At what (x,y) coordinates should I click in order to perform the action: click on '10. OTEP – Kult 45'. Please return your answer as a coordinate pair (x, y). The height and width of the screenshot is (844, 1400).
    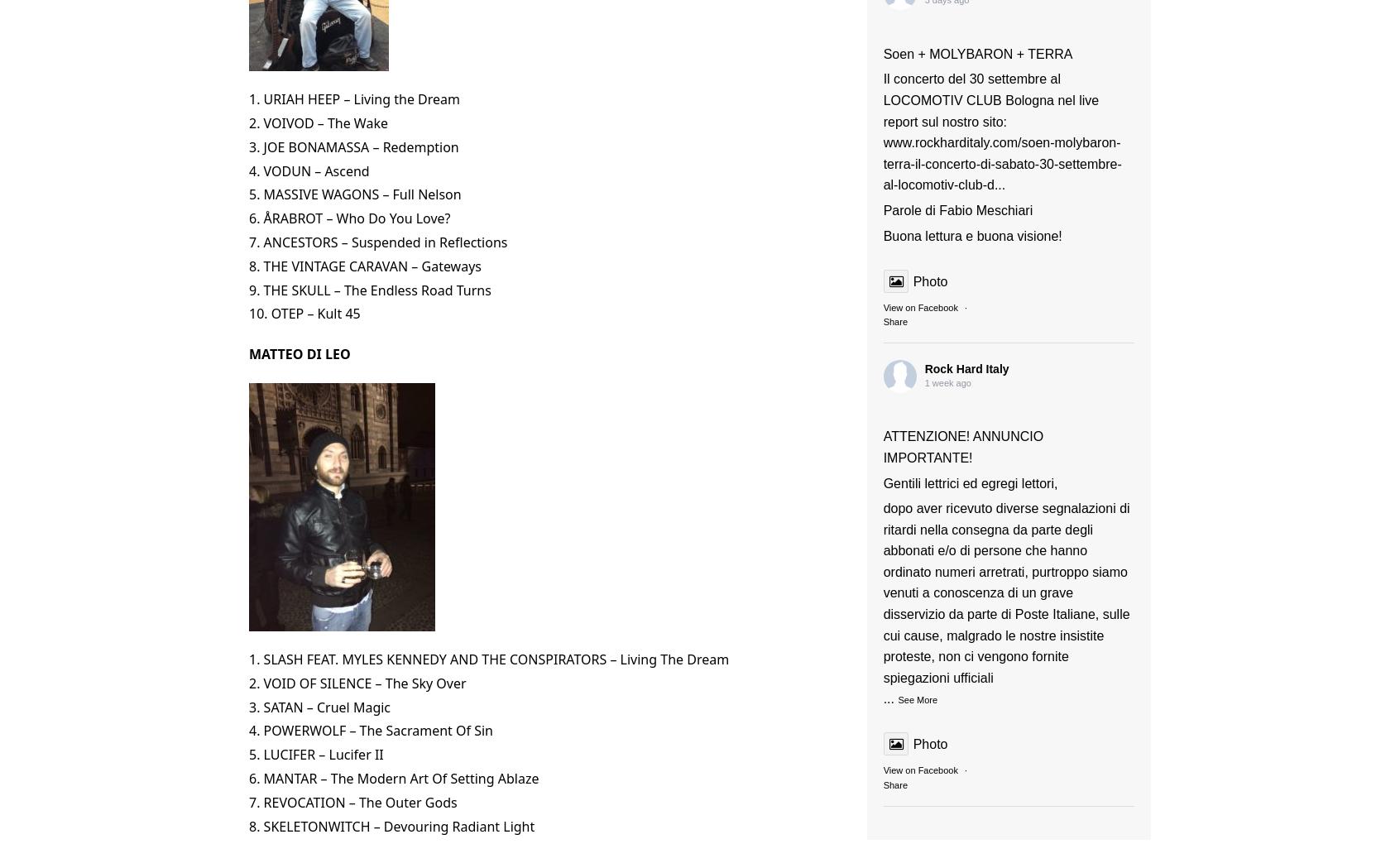
    Looking at the image, I should click on (304, 313).